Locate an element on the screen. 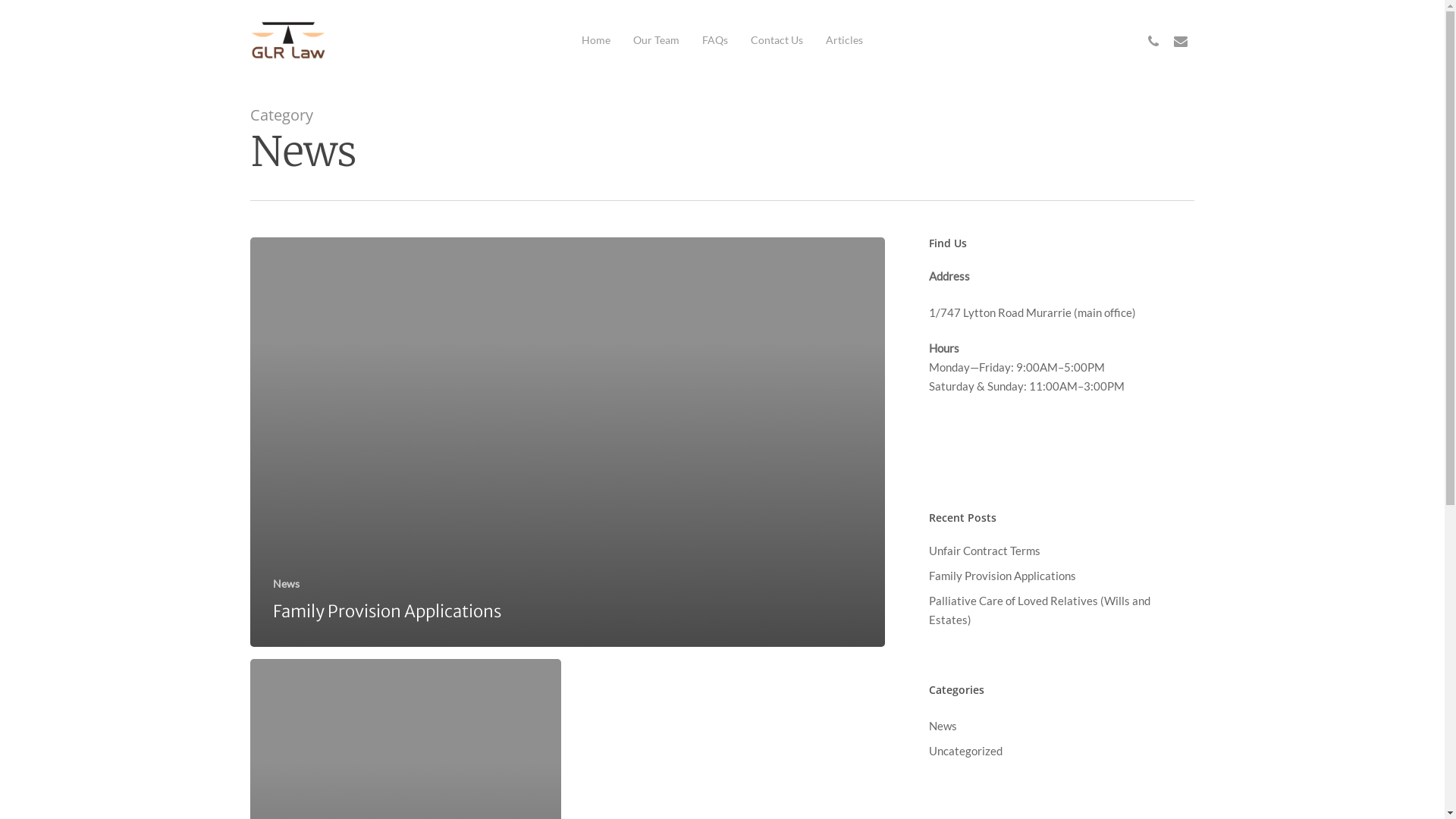 This screenshot has height=819, width=1456. 'Contact Us' is located at coordinates (750, 39).